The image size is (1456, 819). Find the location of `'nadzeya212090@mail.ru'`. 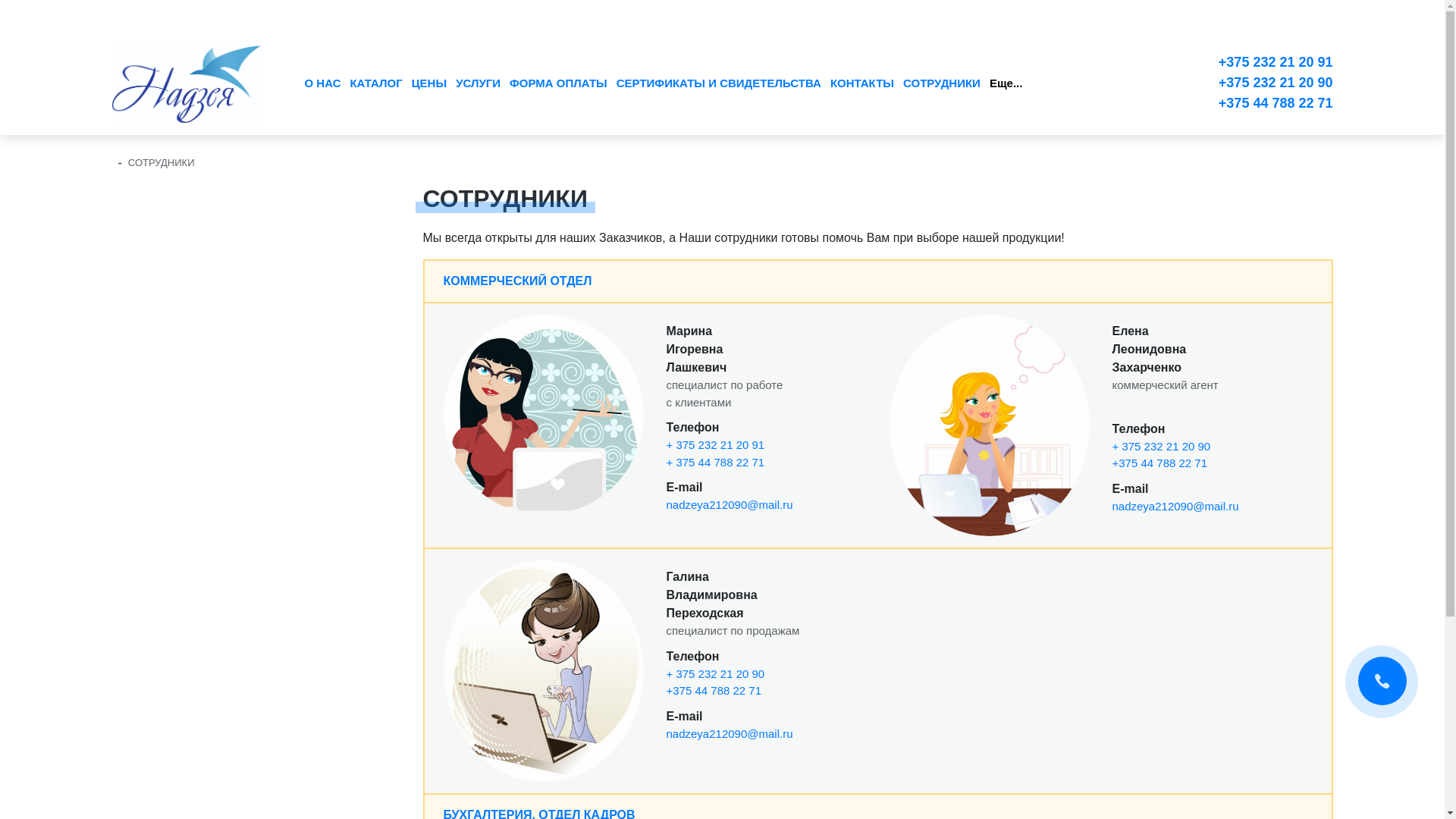

'nadzeya212090@mail.ru' is located at coordinates (666, 504).